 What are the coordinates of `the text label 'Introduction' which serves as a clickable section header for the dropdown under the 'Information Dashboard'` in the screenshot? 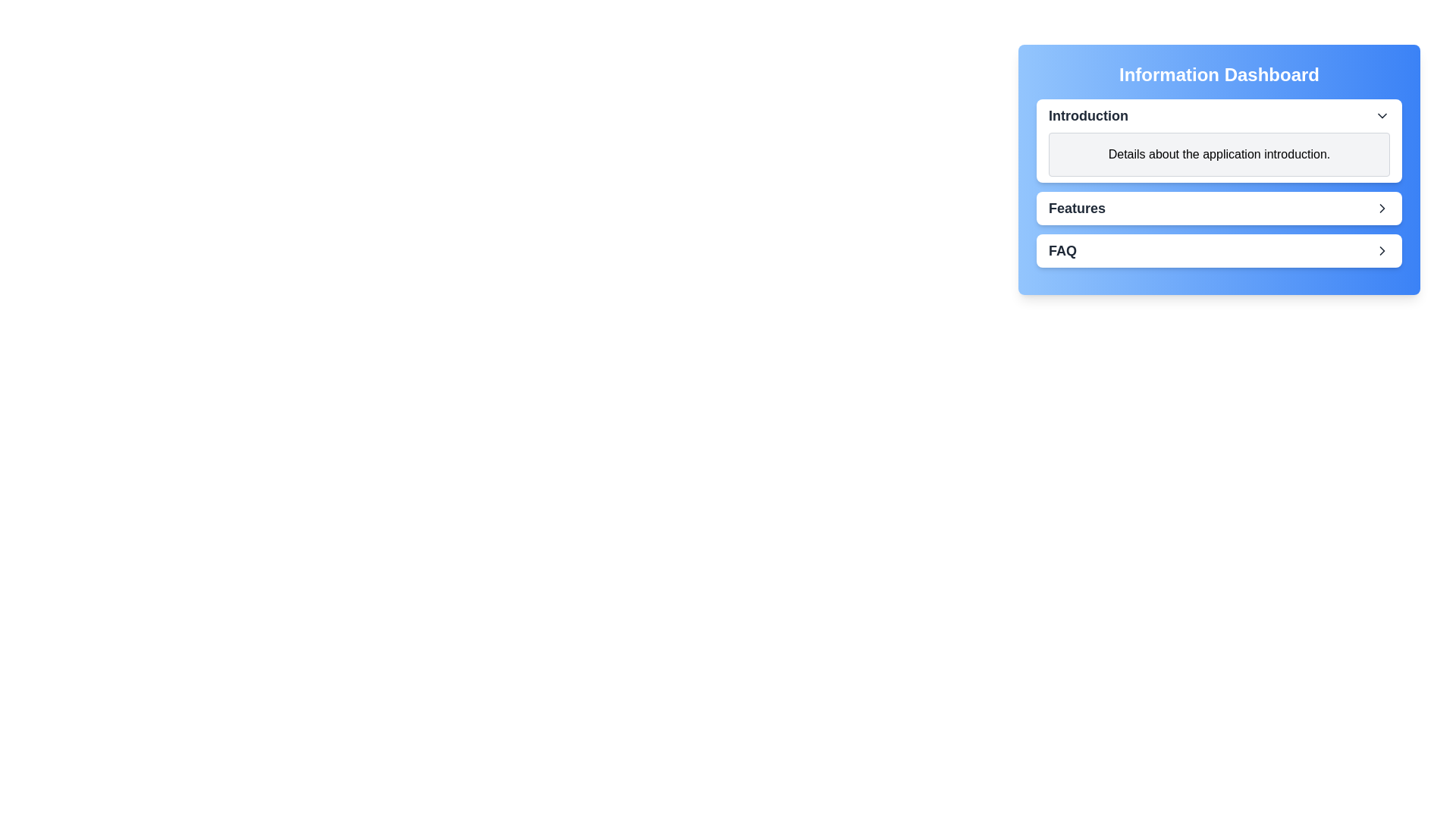 It's located at (1087, 115).